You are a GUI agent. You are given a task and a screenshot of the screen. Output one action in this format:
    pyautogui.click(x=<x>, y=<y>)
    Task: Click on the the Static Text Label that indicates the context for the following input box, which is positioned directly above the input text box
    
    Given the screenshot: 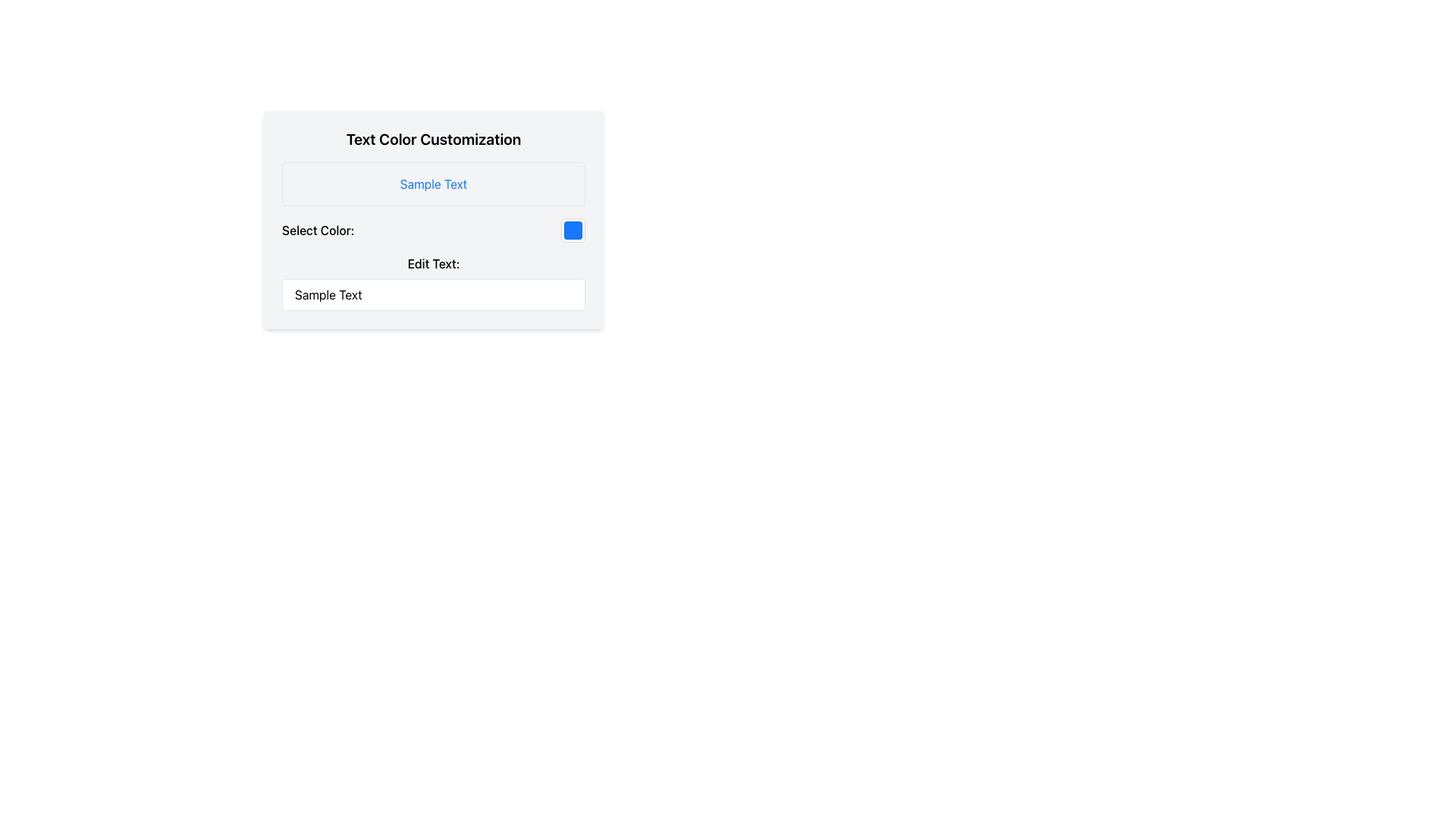 What is the action you would take?
    pyautogui.click(x=432, y=262)
    